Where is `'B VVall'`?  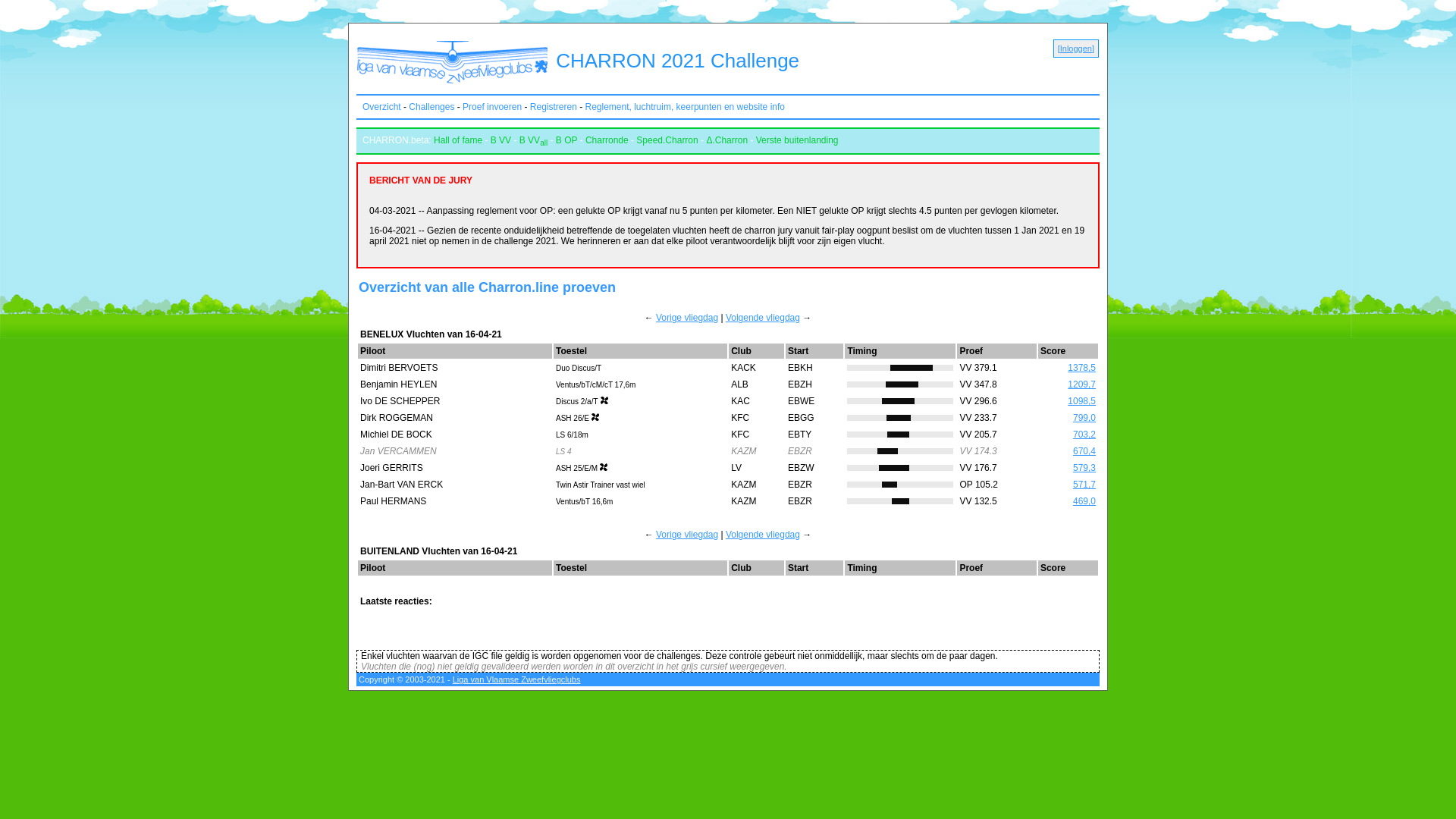
'B VVall' is located at coordinates (533, 140).